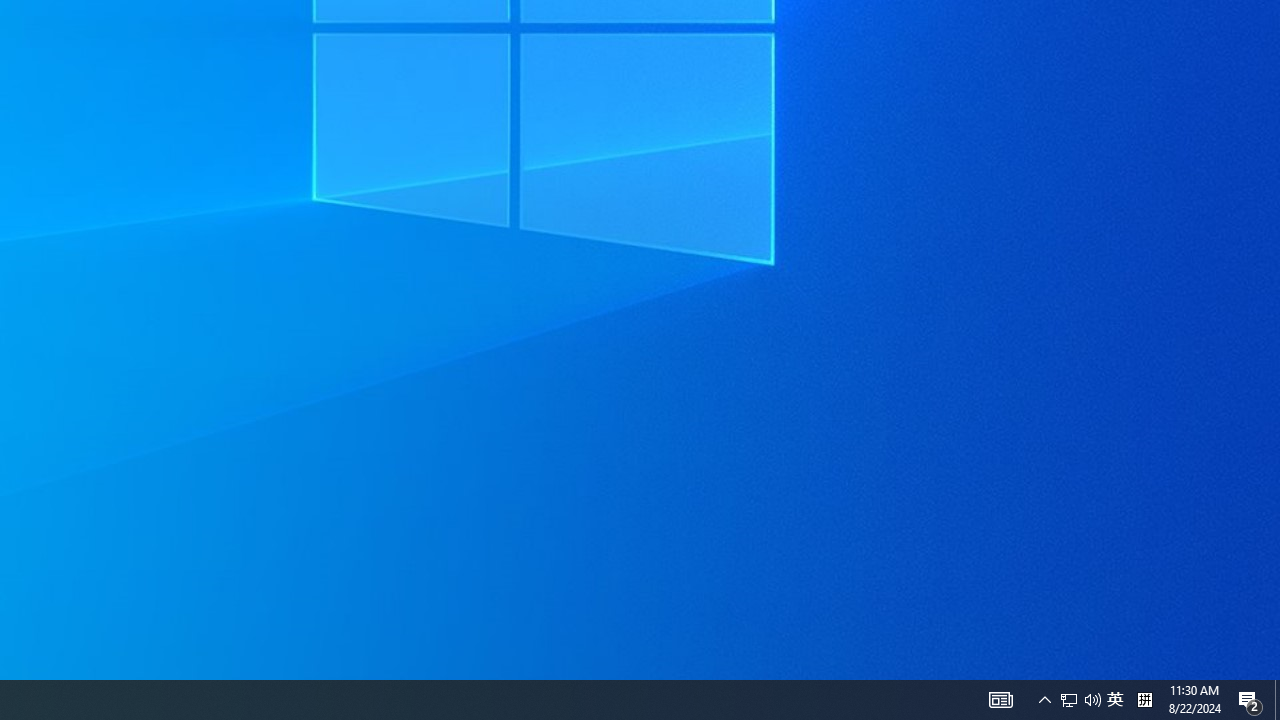 The height and width of the screenshot is (720, 1280). What do you see at coordinates (1000, 698) in the screenshot?
I see `'AutomationID: 4105'` at bounding box center [1000, 698].